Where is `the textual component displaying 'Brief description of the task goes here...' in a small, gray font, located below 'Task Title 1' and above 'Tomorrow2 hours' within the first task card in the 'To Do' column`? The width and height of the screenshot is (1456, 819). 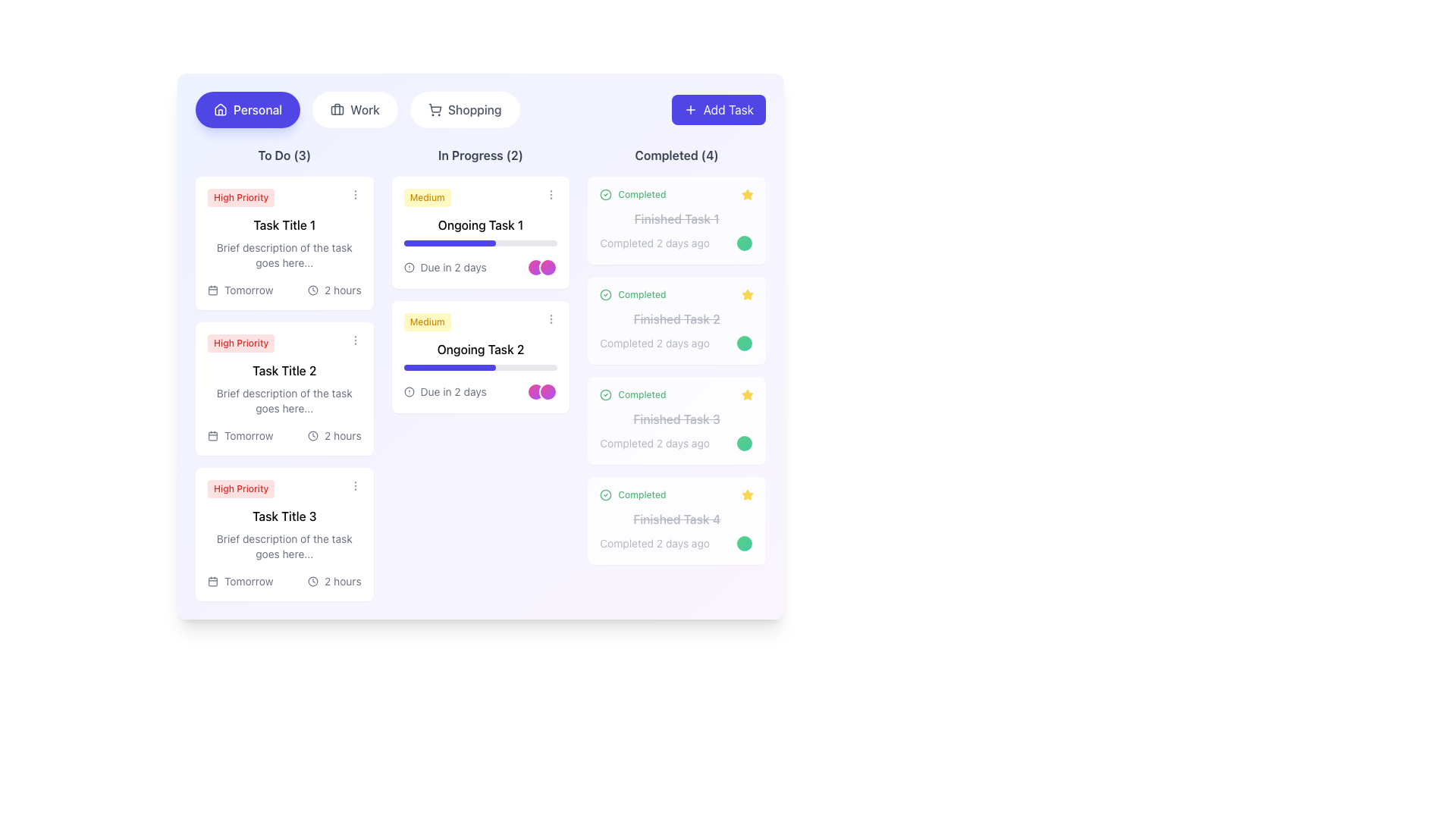 the textual component displaying 'Brief description of the task goes here...' in a small, gray font, located below 'Task Title 1' and above 'Tomorrow2 hours' within the first task card in the 'To Do' column is located at coordinates (284, 254).